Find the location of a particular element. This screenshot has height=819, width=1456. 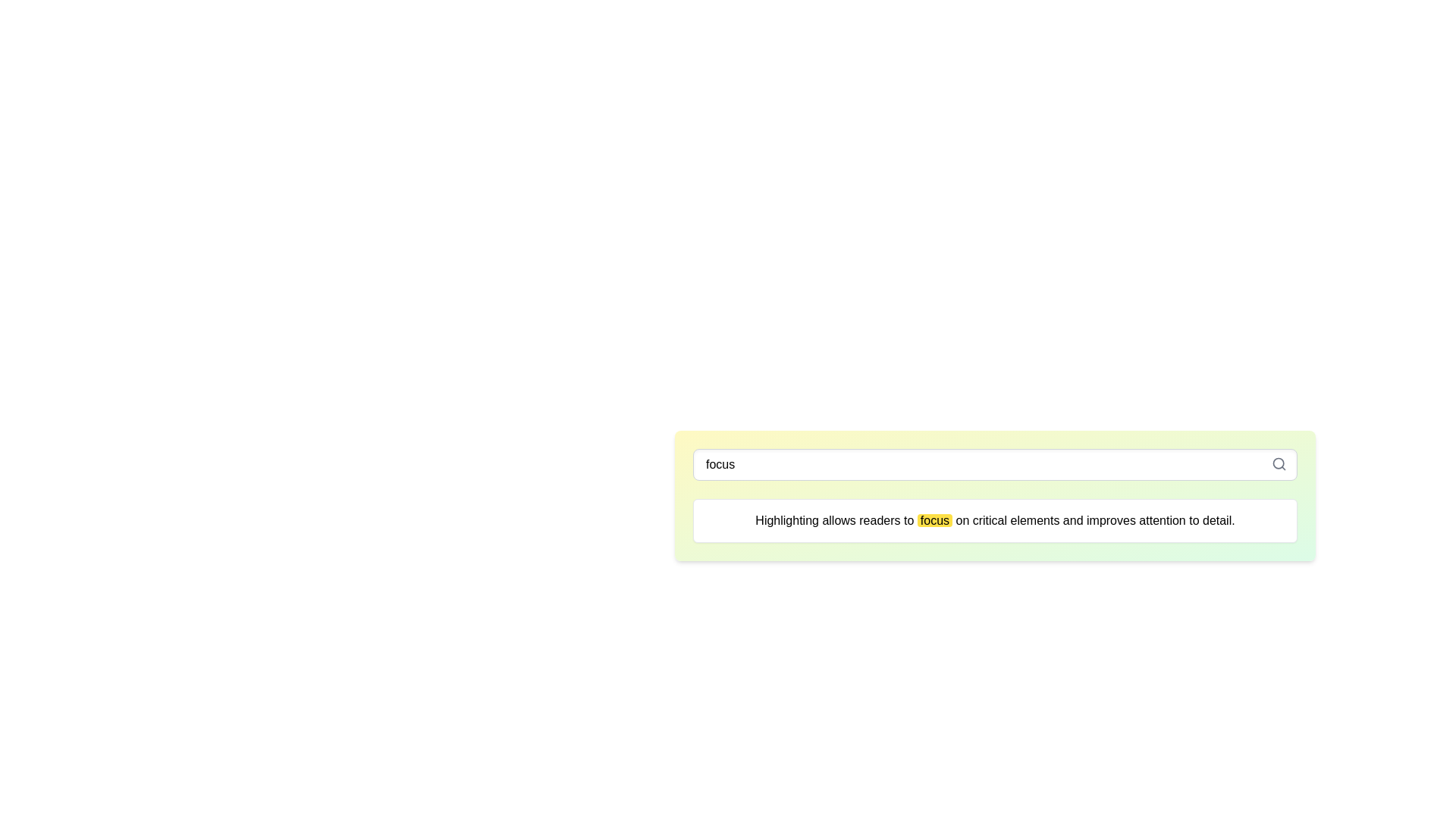

the highlighted word 'focus' which is styled with a bright yellow background and black text, located within the sentence that emphasizes critical elements is located at coordinates (934, 519).